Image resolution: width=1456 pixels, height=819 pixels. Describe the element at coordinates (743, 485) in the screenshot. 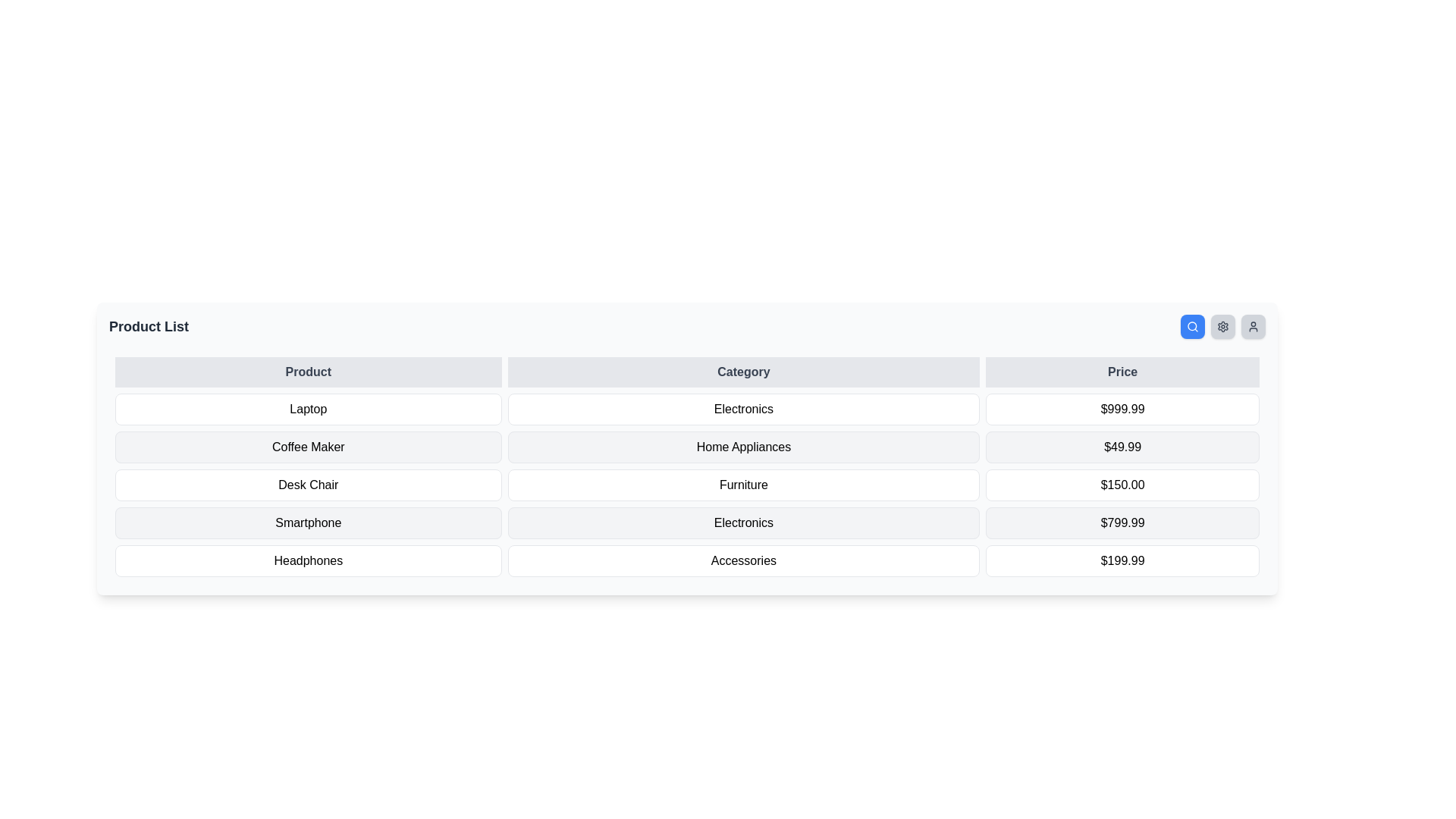

I see `the static text element representing the product category 'Desk Chair' located in the second column of the table and third row` at that location.